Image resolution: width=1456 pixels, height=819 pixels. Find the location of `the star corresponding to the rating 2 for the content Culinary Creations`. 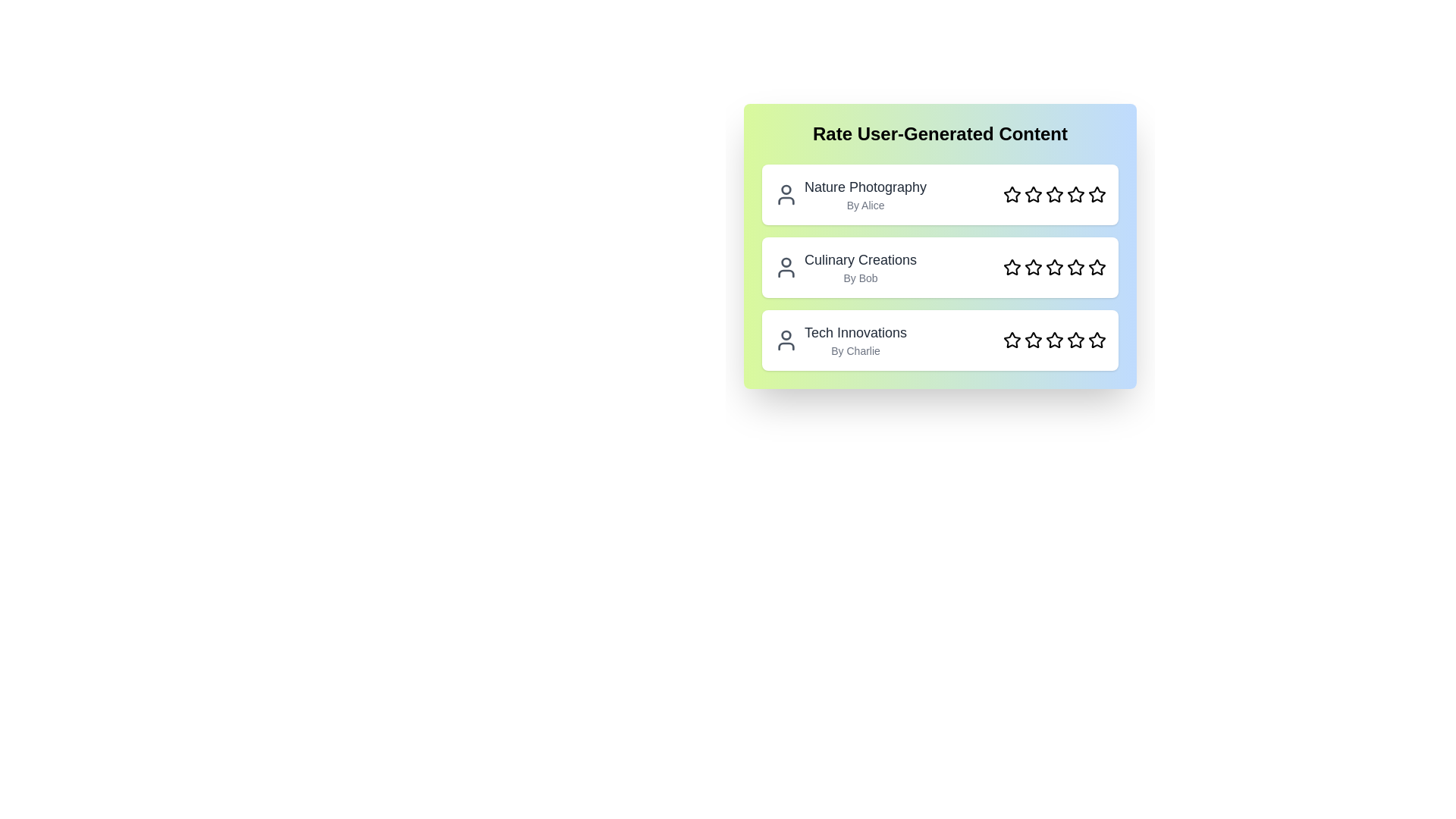

the star corresponding to the rating 2 for the content Culinary Creations is located at coordinates (1033, 267).